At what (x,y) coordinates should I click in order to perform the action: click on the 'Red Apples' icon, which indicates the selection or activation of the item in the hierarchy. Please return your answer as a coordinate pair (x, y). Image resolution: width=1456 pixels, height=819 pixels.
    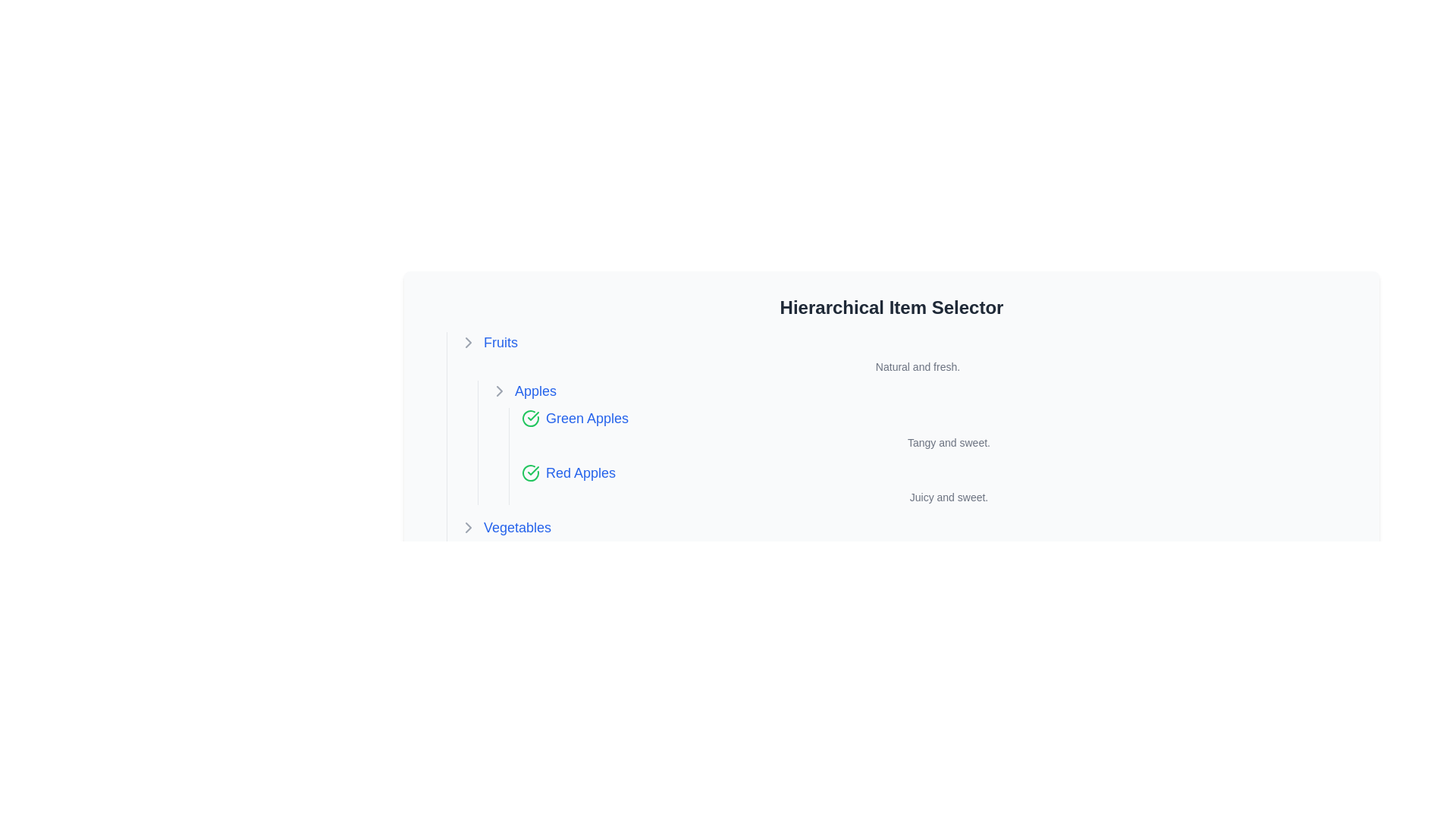
    Looking at the image, I should click on (531, 472).